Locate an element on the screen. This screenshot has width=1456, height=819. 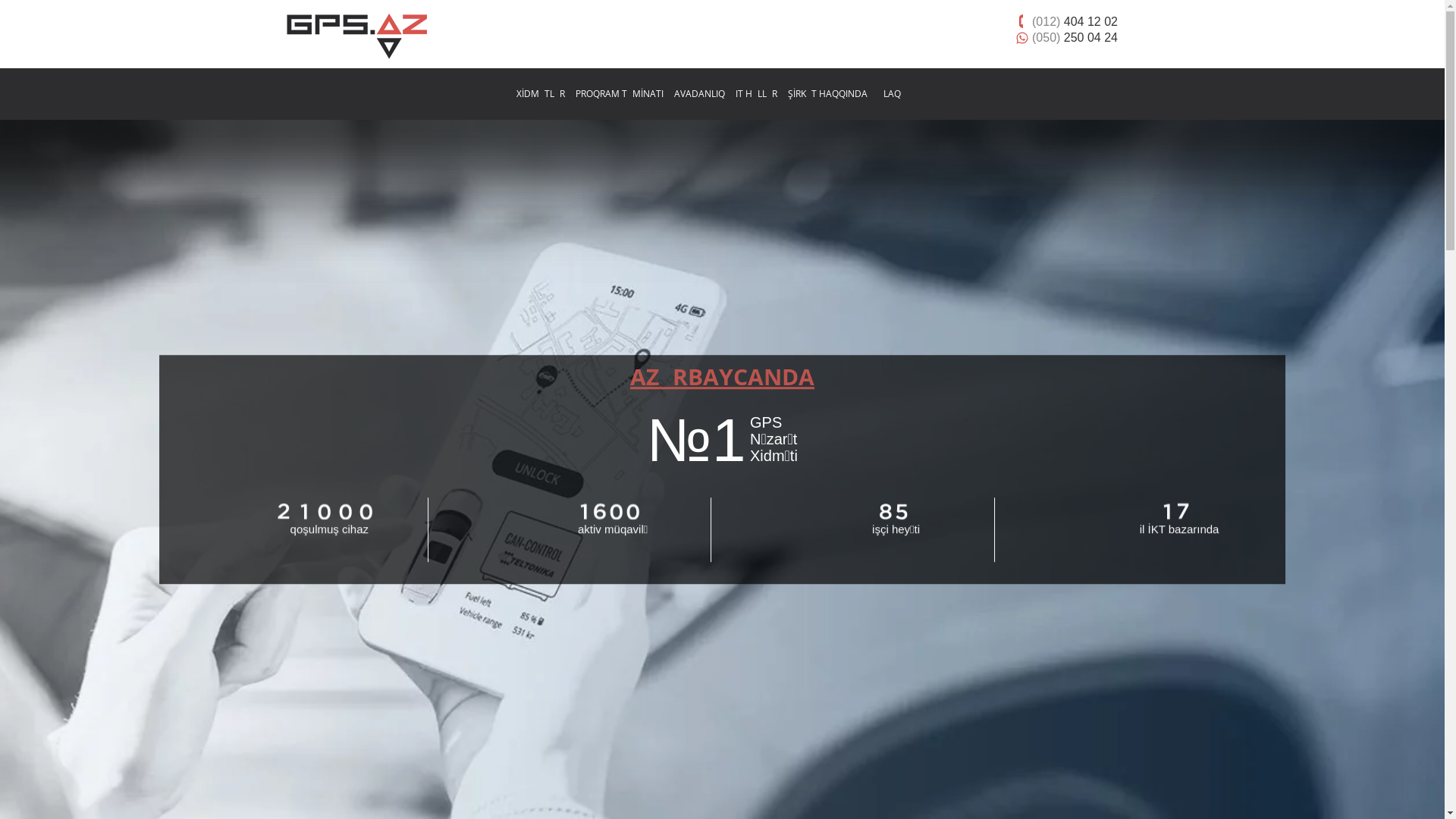
'(012) 404 12 02' is located at coordinates (1015, 21).